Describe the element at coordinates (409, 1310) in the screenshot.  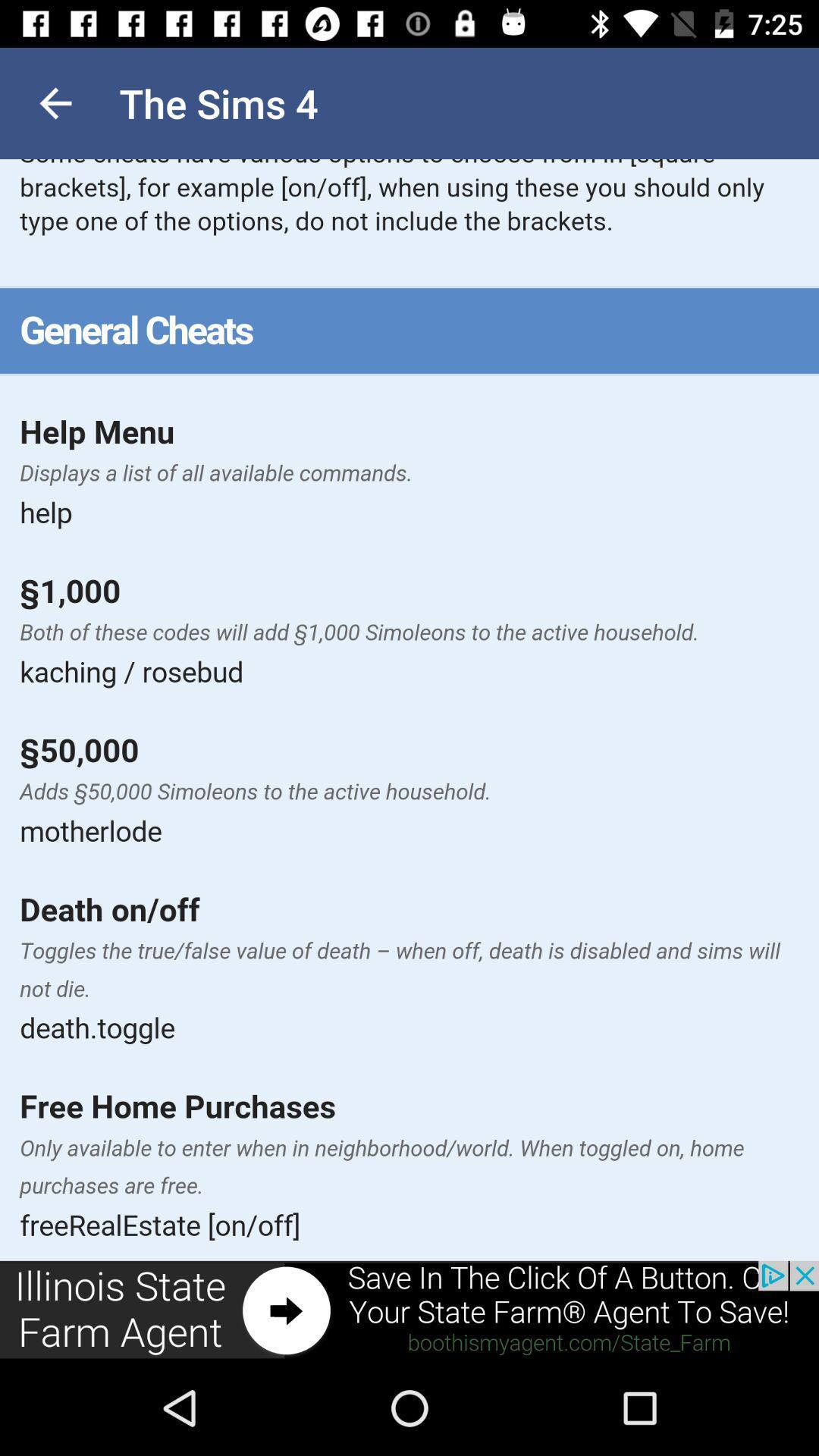
I see `the advertisement` at that location.